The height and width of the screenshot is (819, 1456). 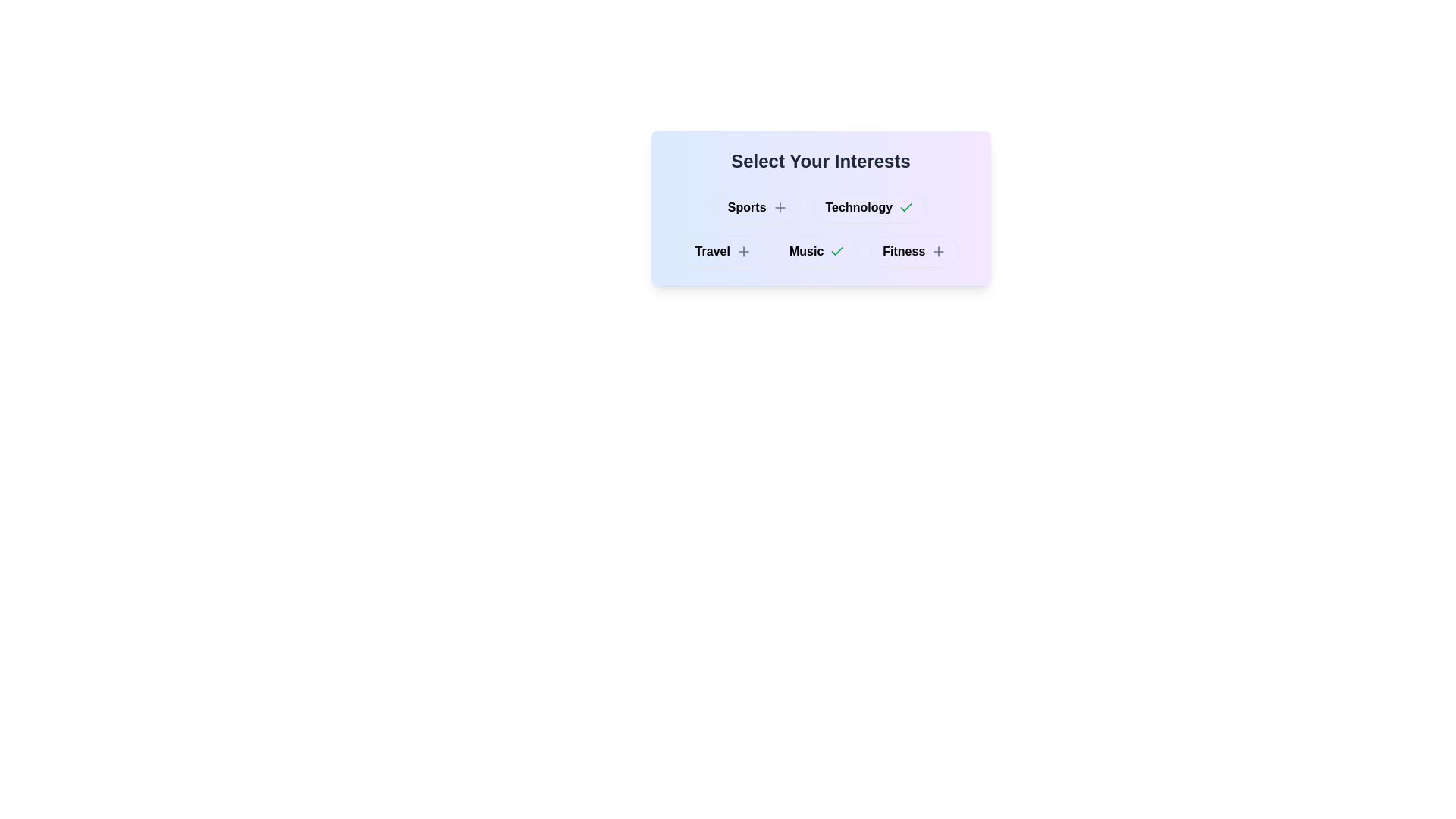 I want to click on the button labeled Fitness to observe visual changes, so click(x=913, y=250).